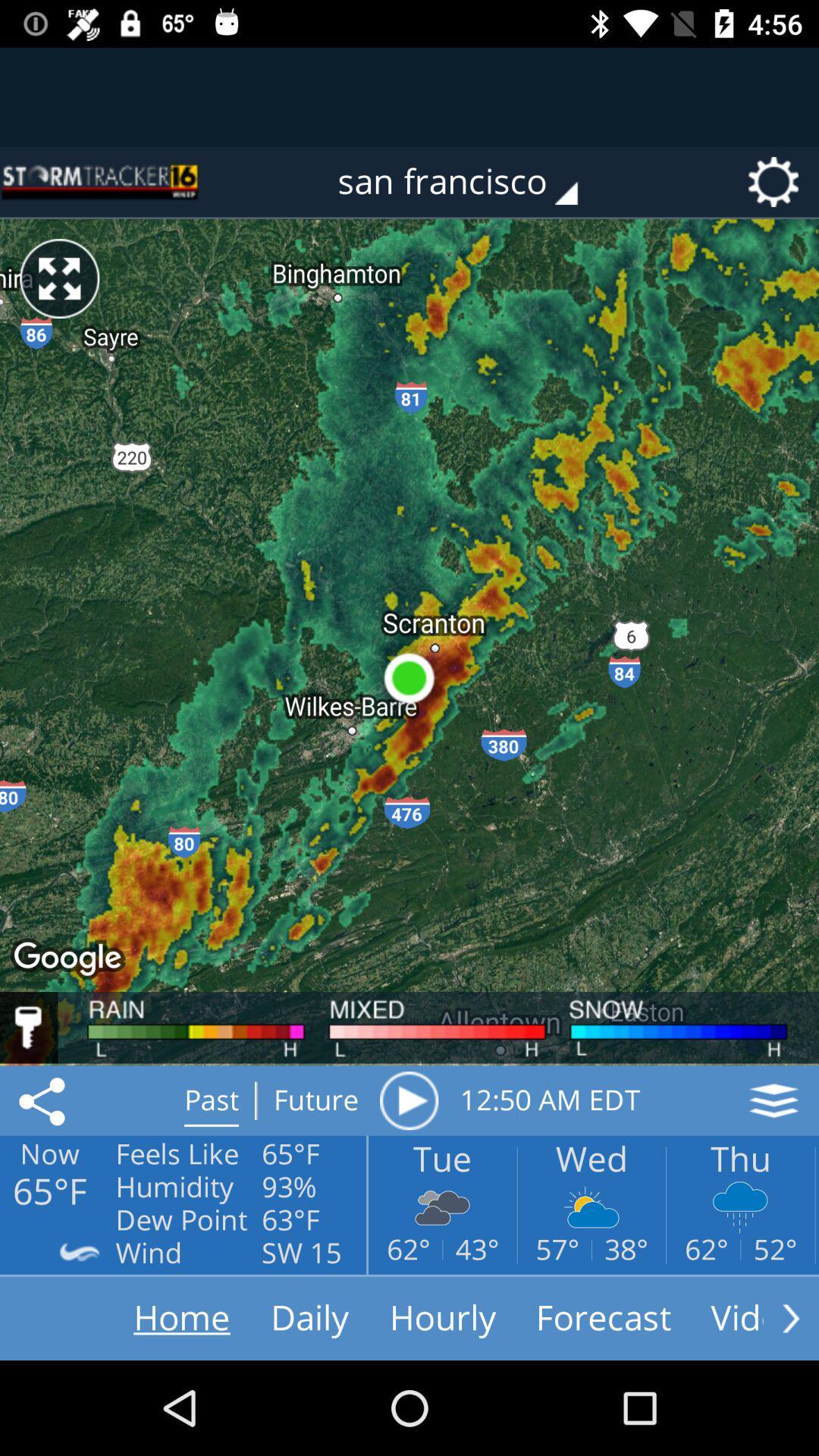 This screenshot has height=1456, width=819. I want to click on the san francisco icon, so click(468, 182).